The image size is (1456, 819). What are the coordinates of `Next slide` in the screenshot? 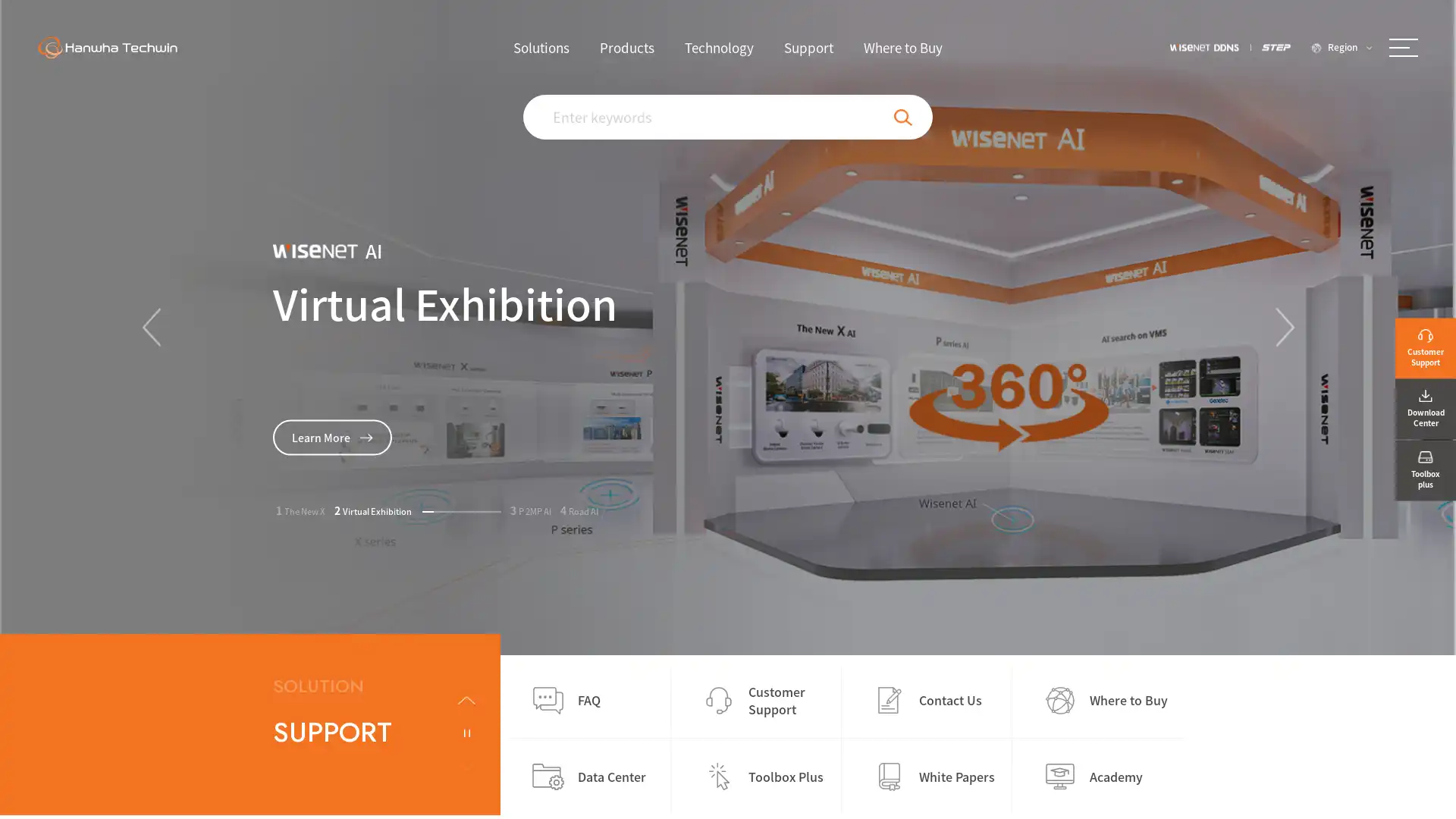 It's located at (466, 765).